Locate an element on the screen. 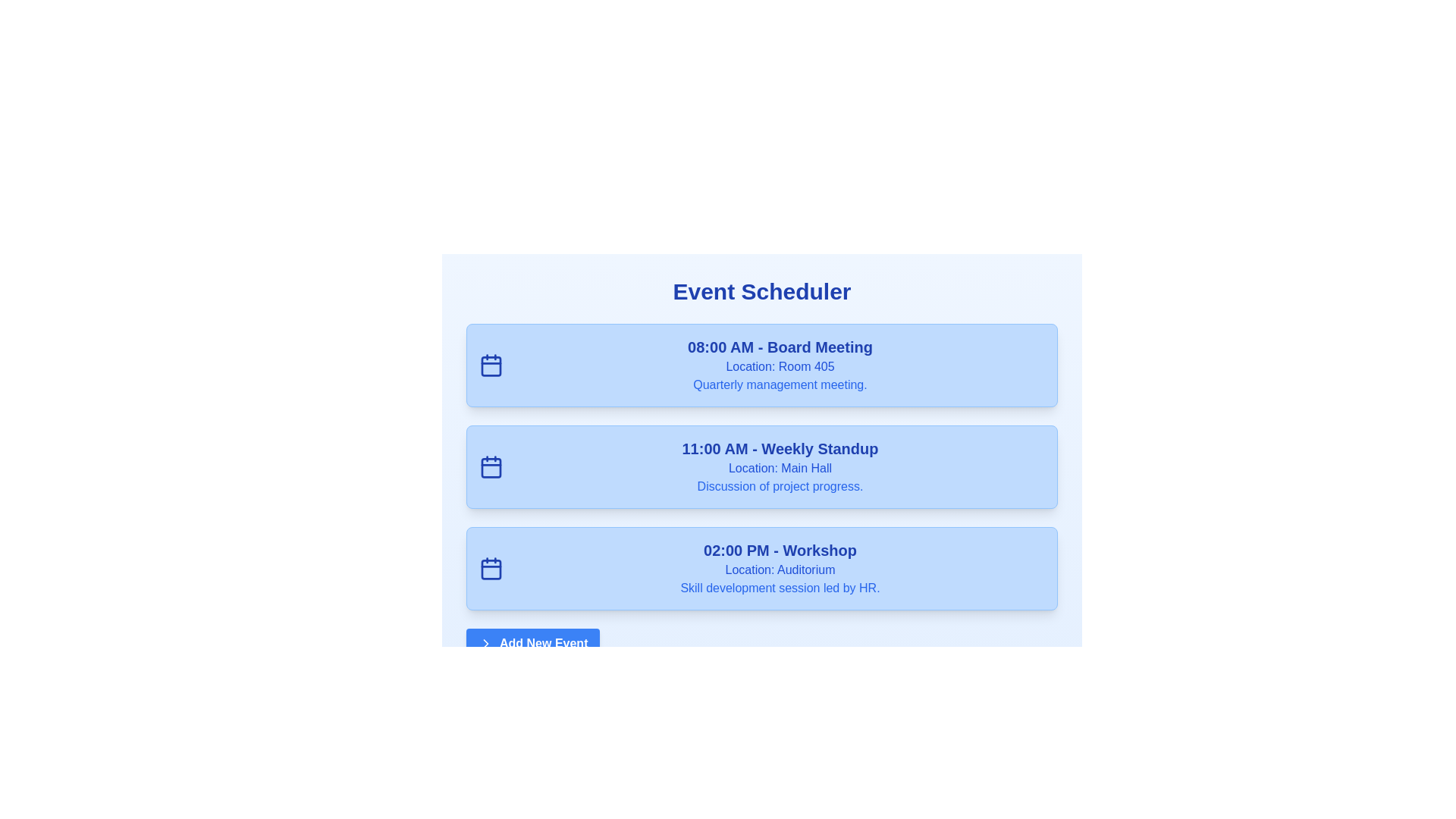  the main rectangular section of the calendar icon representing the date box for the '02:00 PM - Workshop' event in the lower card of the event list is located at coordinates (491, 570).